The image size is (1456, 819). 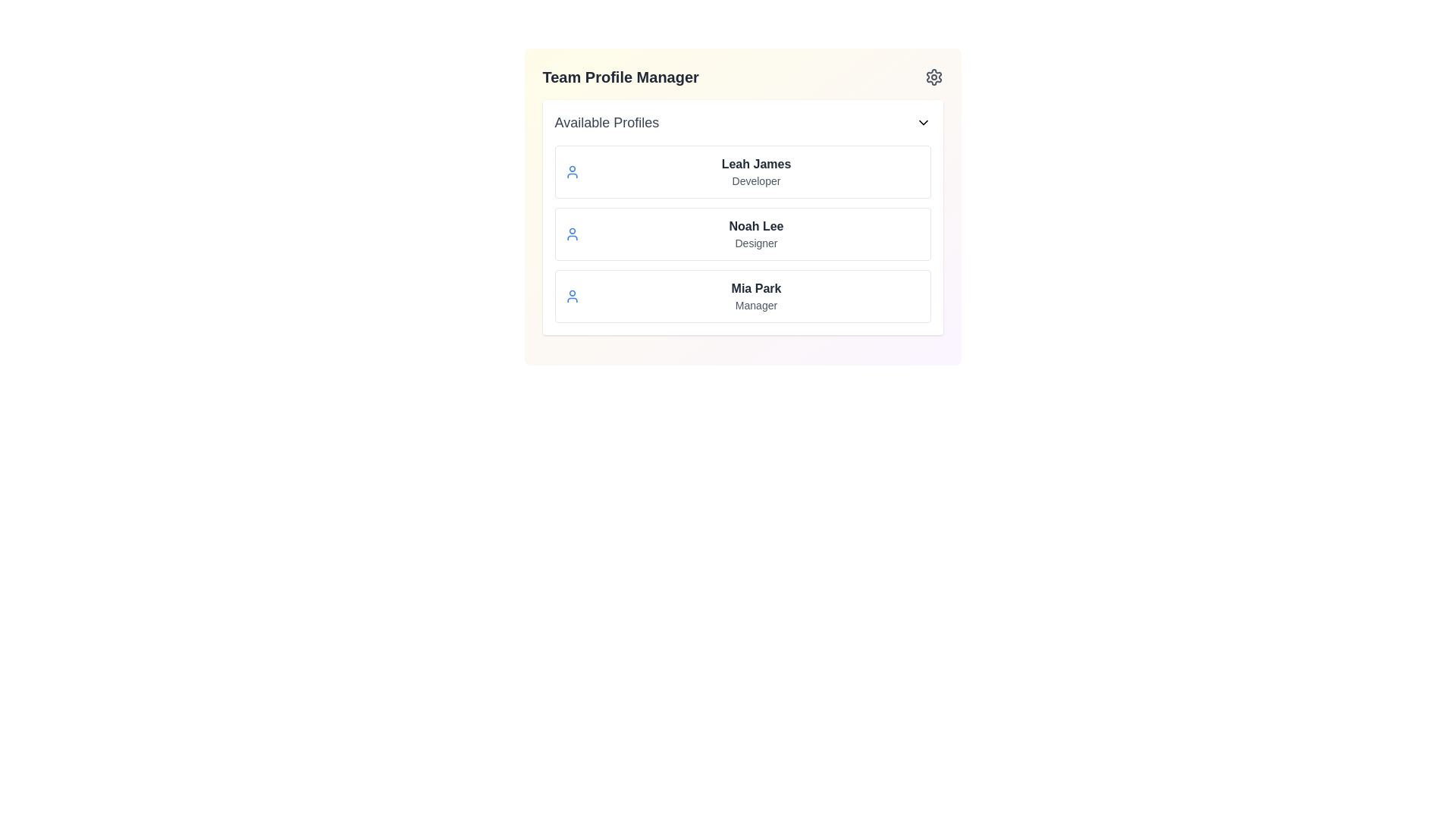 I want to click on the static text element displaying 'Designer', which is styled in gray and positioned directly below 'Noah Lee' in the profile box, so click(x=756, y=242).